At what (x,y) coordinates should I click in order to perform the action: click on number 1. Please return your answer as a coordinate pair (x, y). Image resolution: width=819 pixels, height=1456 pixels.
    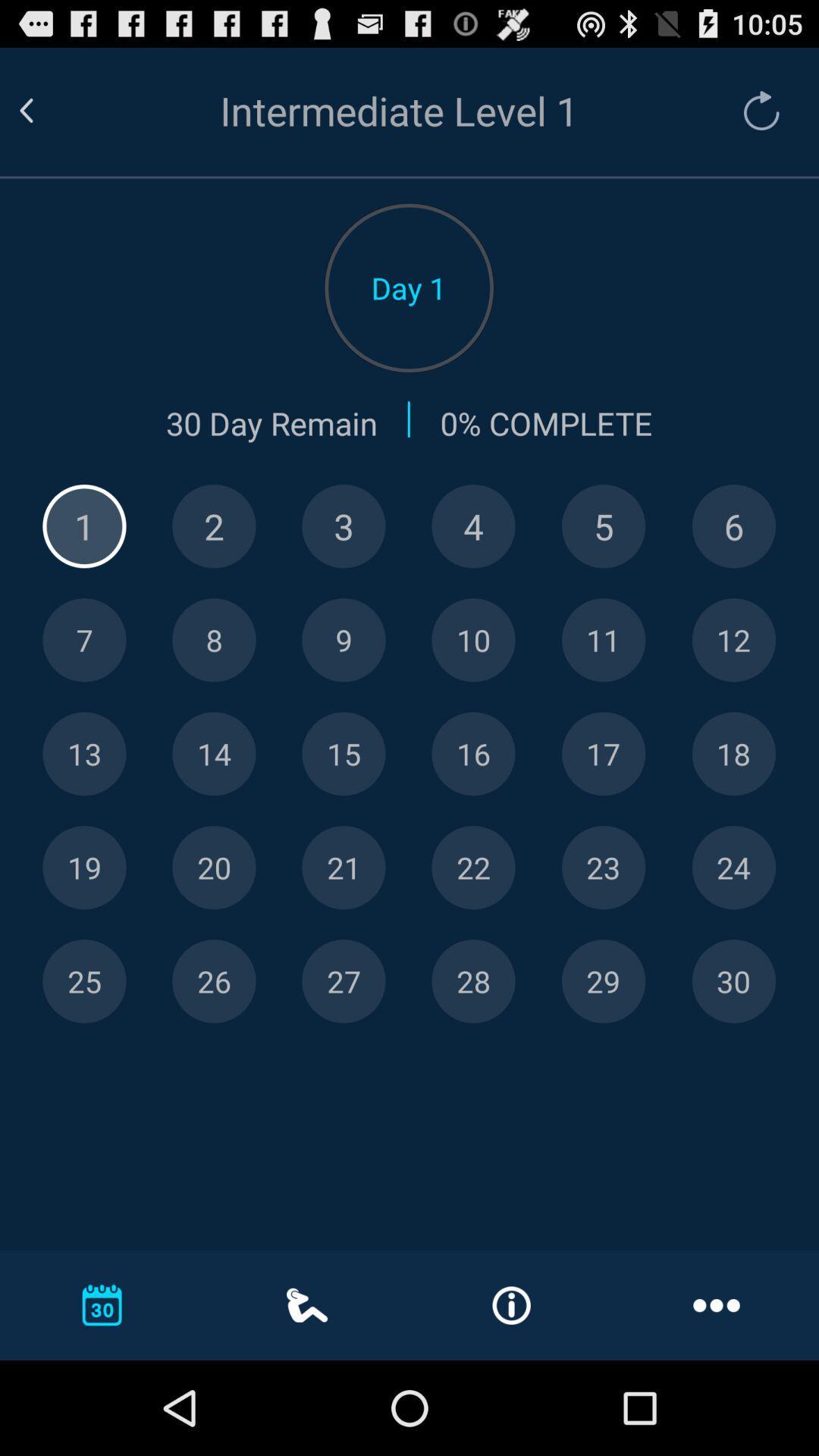
    Looking at the image, I should click on (84, 526).